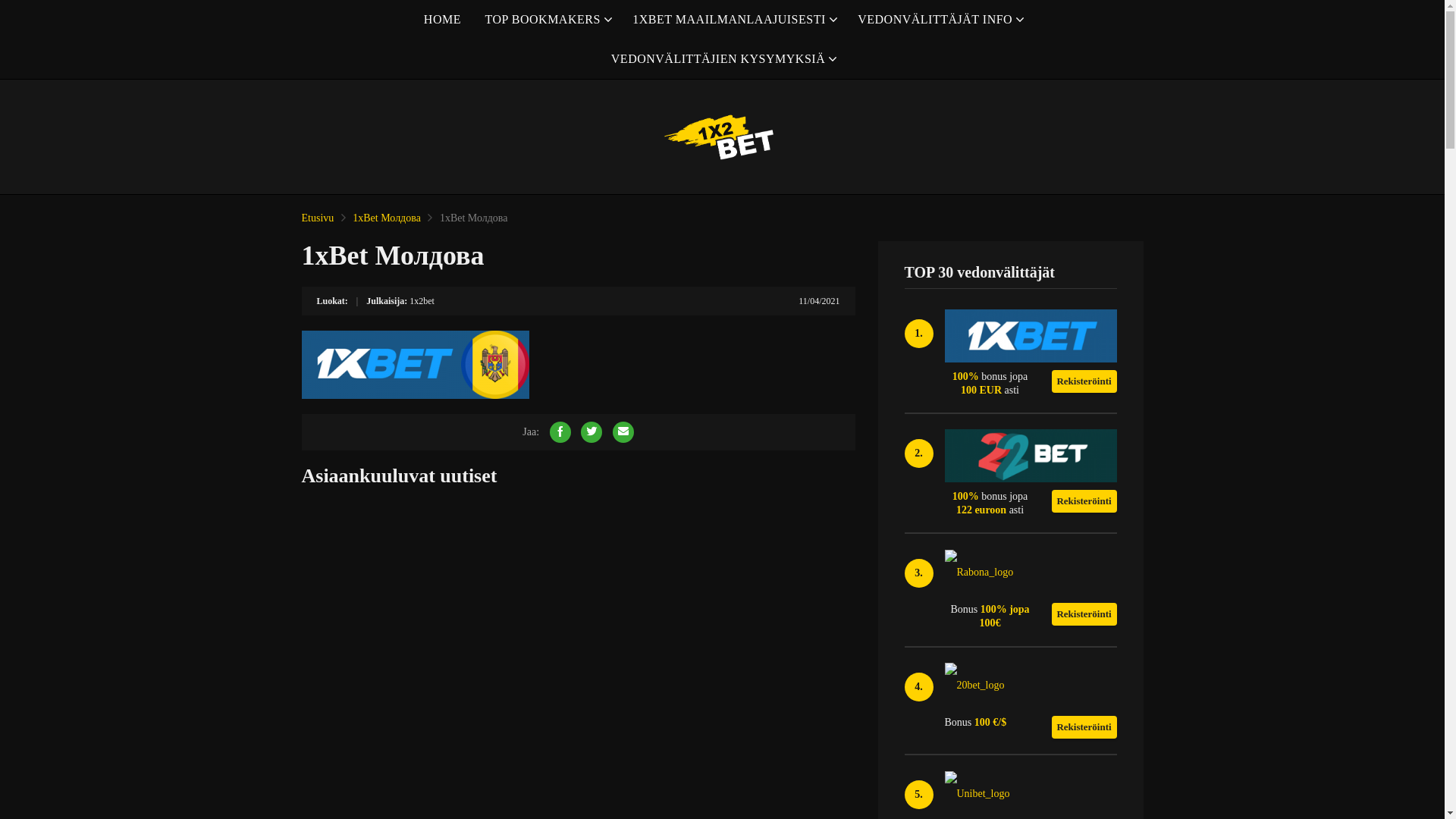 The image size is (1456, 819). What do you see at coordinates (560, 432) in the screenshot?
I see `'Share on Facebook'` at bounding box center [560, 432].